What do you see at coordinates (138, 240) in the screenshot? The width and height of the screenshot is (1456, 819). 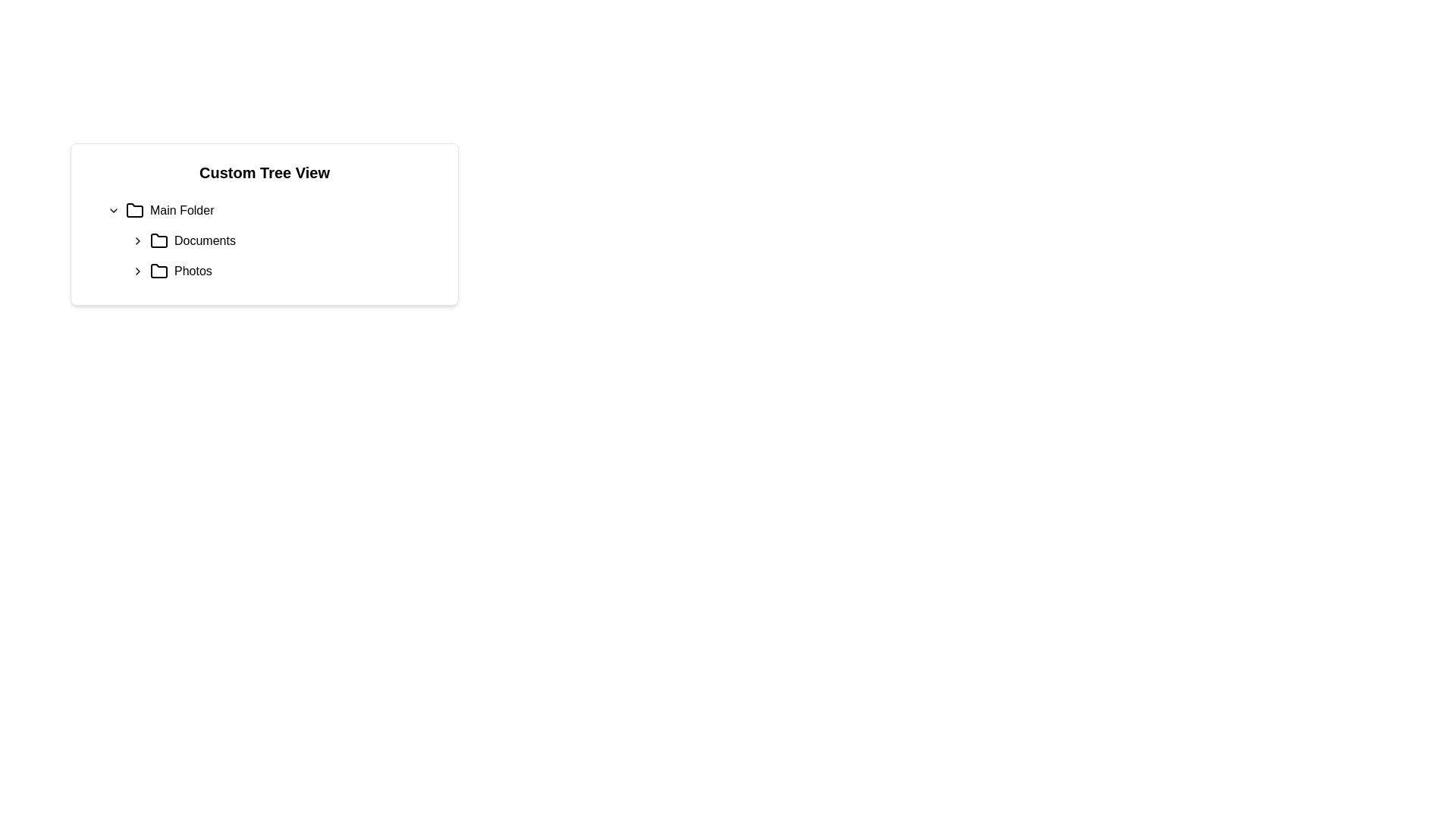 I see `the small right-pointing chevron icon located to the left of the word 'Documents'` at bounding box center [138, 240].